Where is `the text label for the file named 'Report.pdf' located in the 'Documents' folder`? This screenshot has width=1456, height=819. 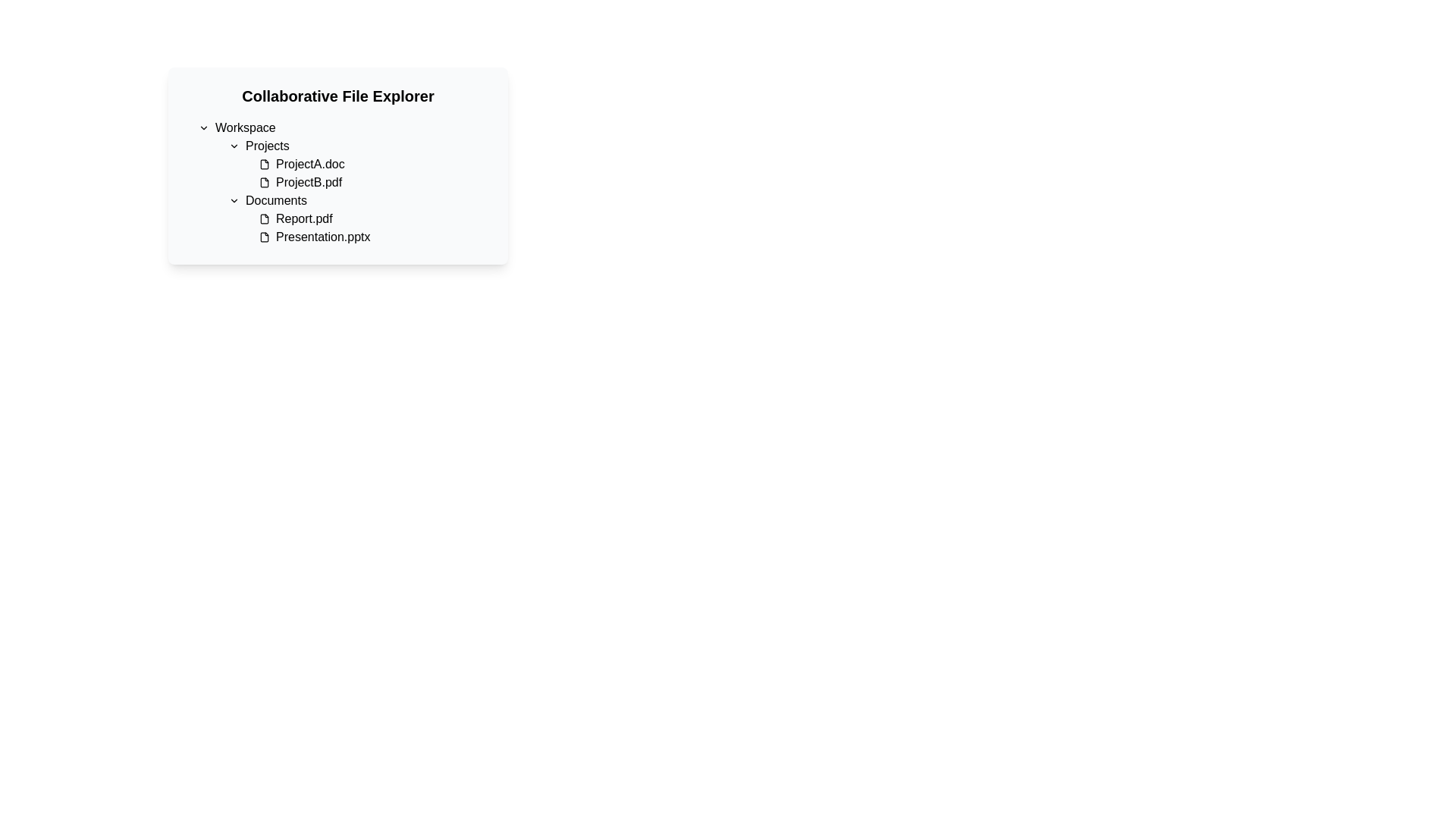
the text label for the file named 'Report.pdf' located in the 'Documents' folder is located at coordinates (303, 219).